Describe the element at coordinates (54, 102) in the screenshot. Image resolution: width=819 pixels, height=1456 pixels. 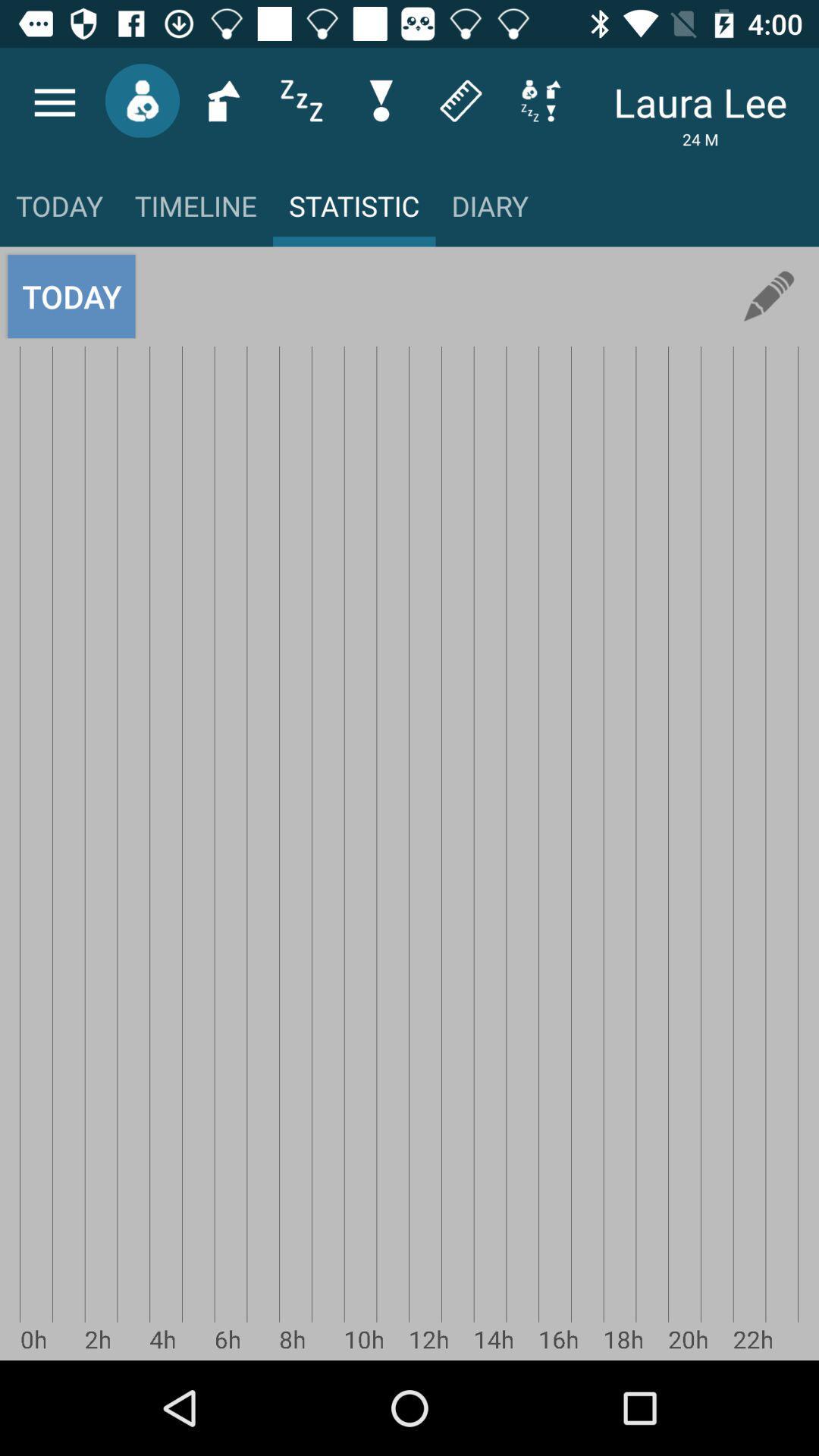
I see `the menu icon` at that location.